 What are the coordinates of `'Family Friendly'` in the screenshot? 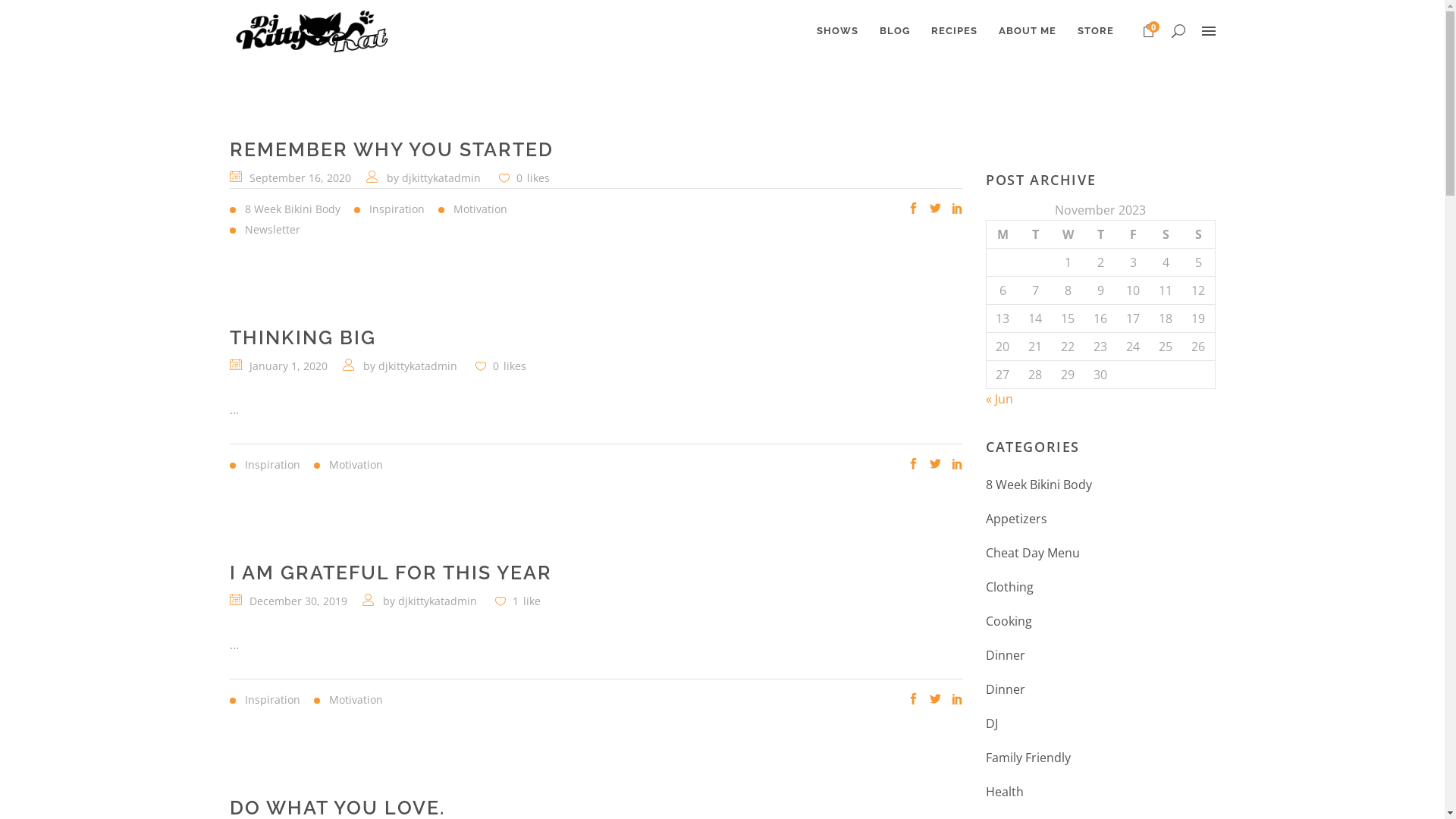 It's located at (1028, 758).